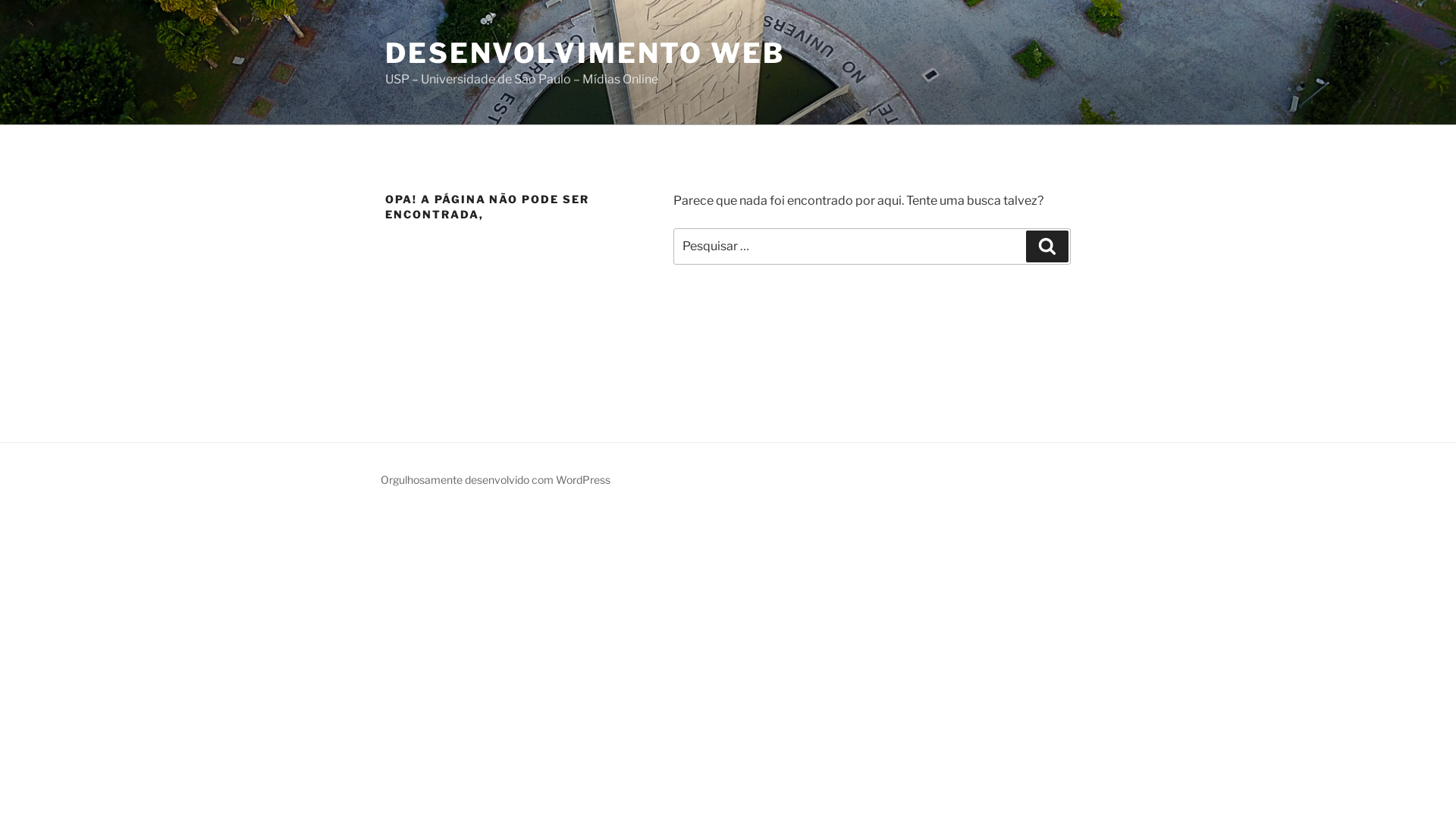  I want to click on 'Orgulhosamente desenvolvido com WordPress', so click(495, 479).